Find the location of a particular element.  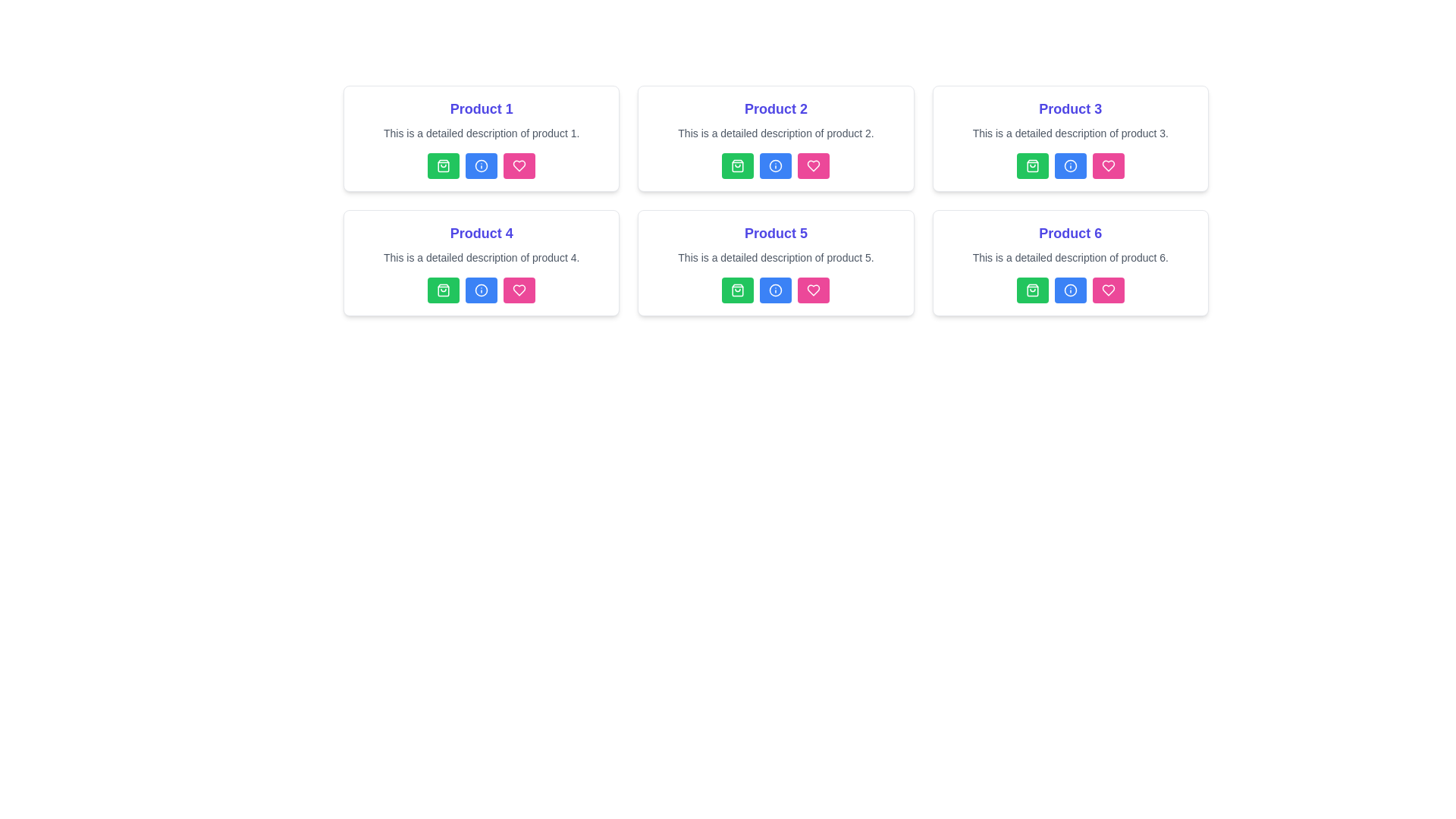

the informational button related to 'Product 6', which is the second button in a row of three buttons below the 'Product 6' card is located at coordinates (1069, 290).